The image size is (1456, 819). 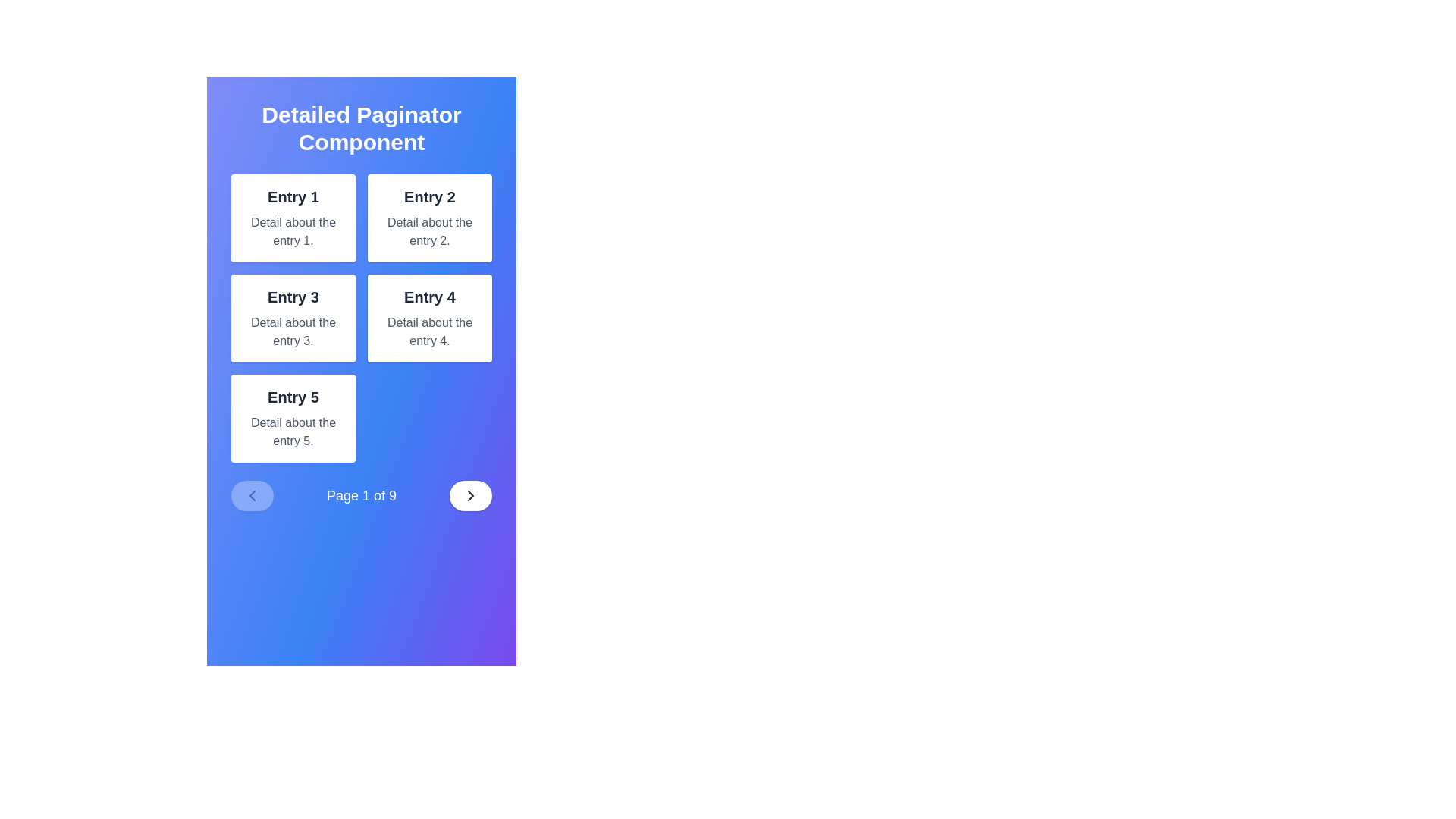 What do you see at coordinates (293, 297) in the screenshot?
I see `the text label displaying 'Entry 3', which is styled in a larger, bold font and is located in the second row, first column of a grid layout` at bounding box center [293, 297].